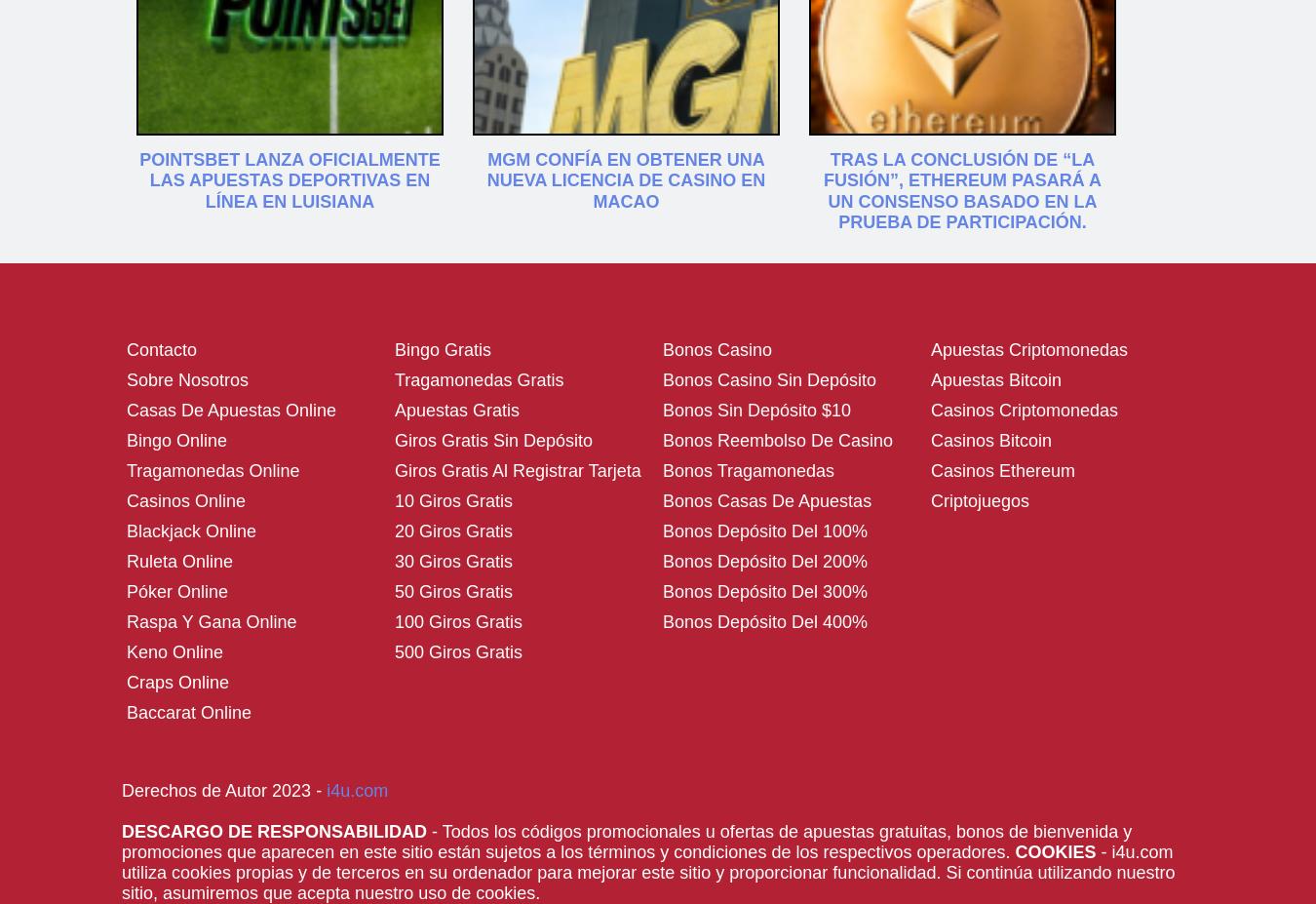 The width and height of the screenshot is (1316, 904). Describe the element at coordinates (777, 438) in the screenshot. I see `'Bonos Reembolso De Casino'` at that location.